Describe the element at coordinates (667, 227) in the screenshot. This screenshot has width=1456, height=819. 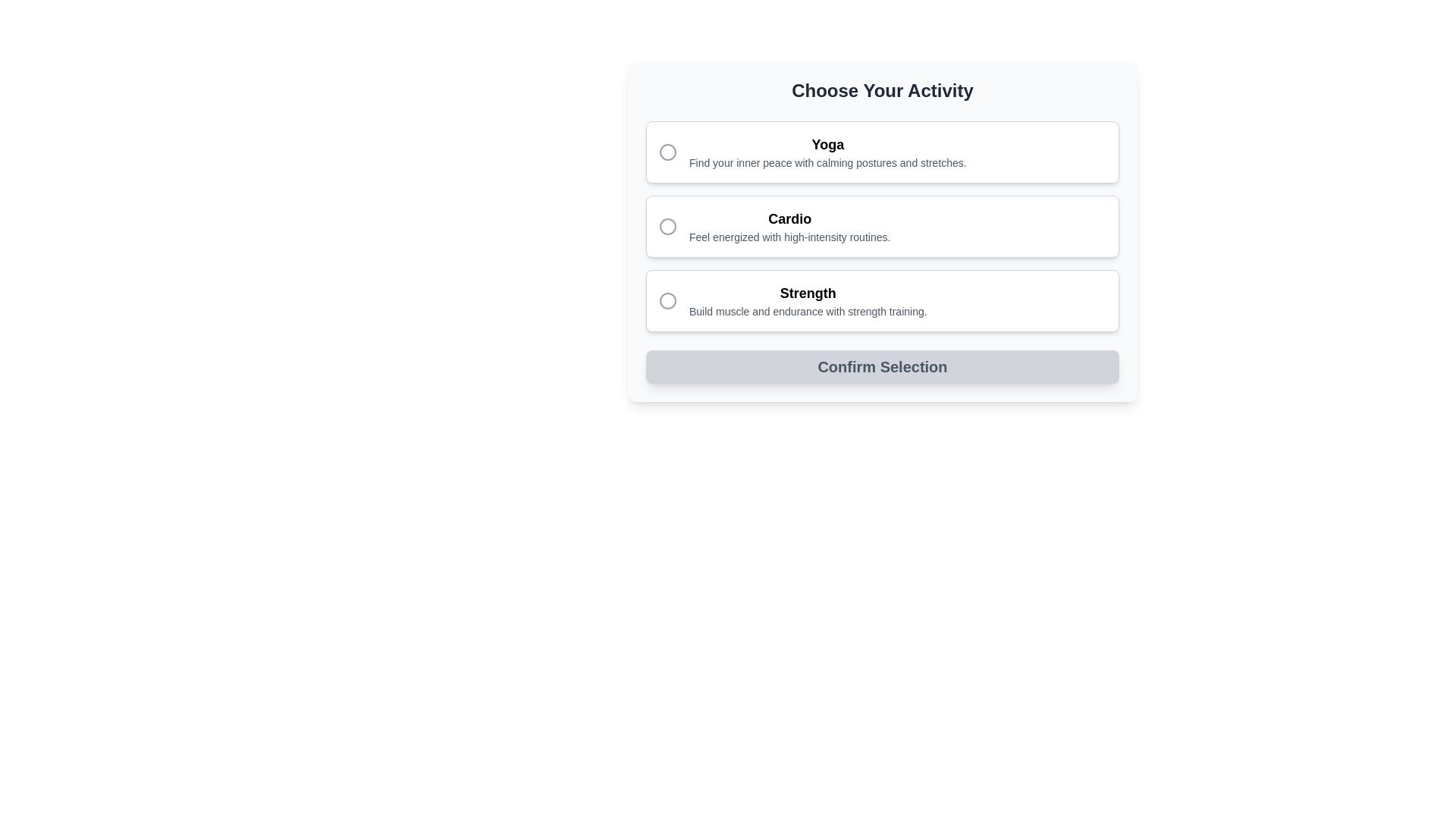
I see `the first radio button option associated with the 'Cardio' label` at that location.